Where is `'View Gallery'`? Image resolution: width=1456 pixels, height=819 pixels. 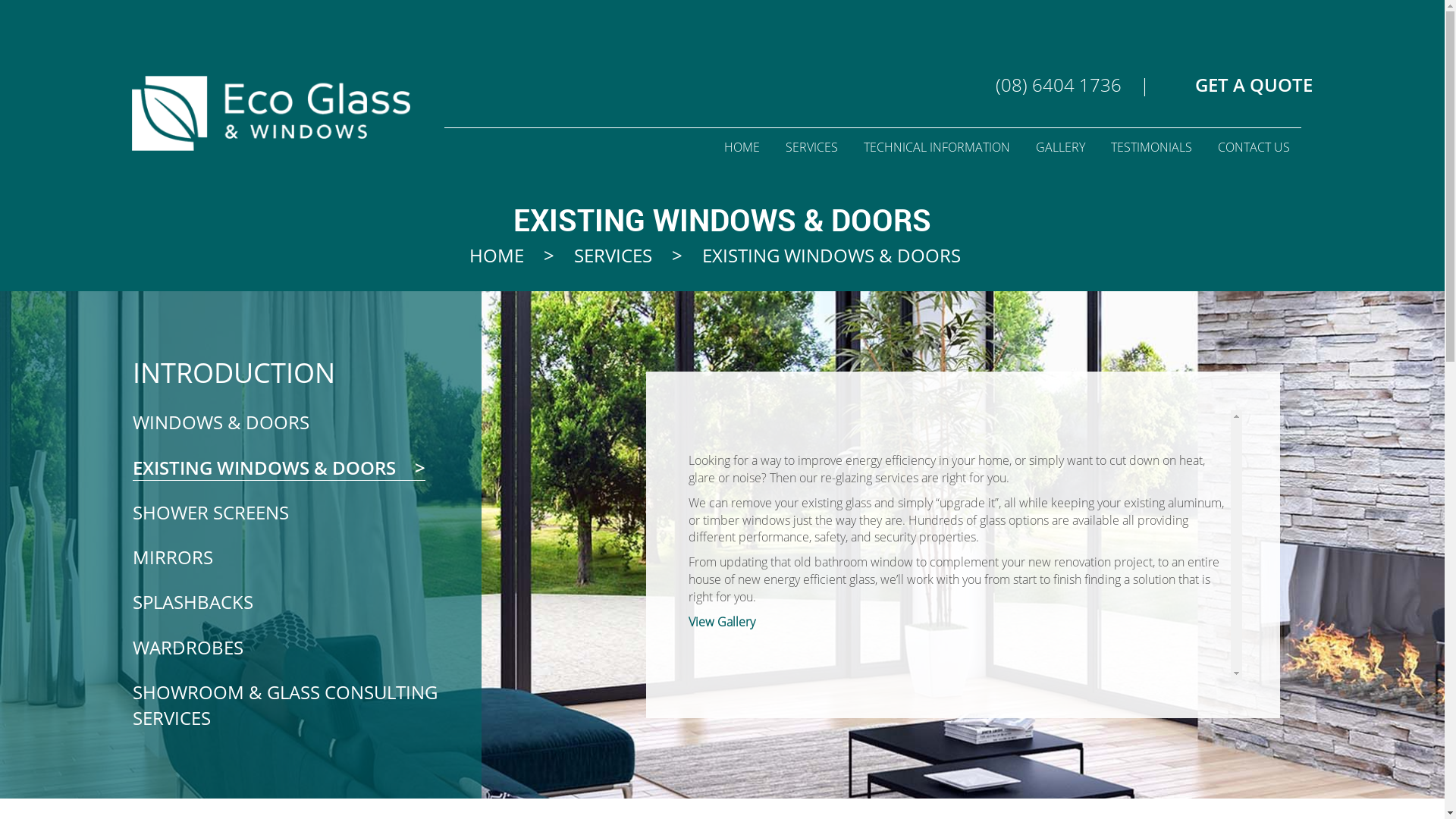
'View Gallery' is located at coordinates (720, 620).